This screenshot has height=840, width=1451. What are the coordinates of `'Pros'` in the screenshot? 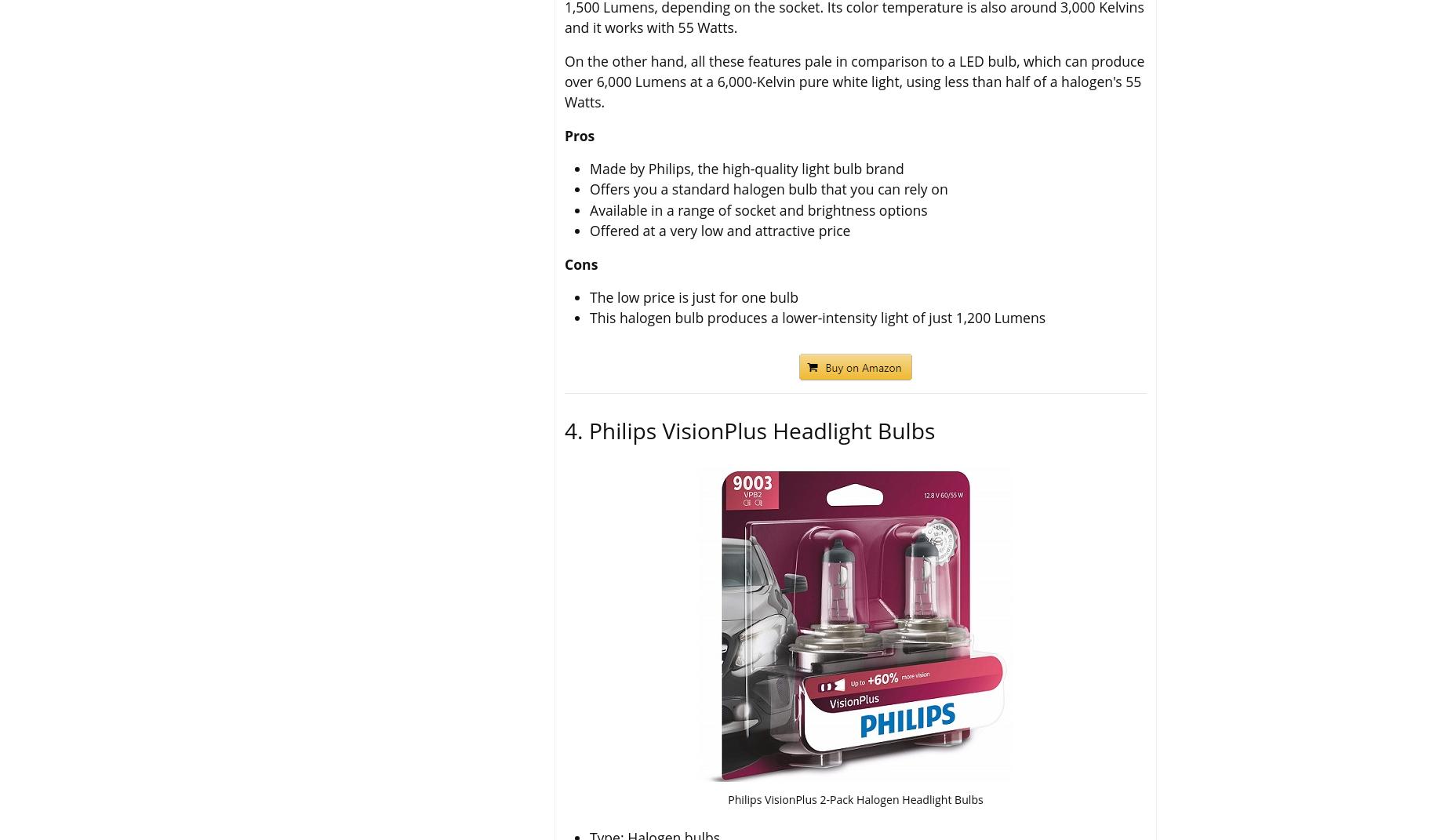 It's located at (580, 134).